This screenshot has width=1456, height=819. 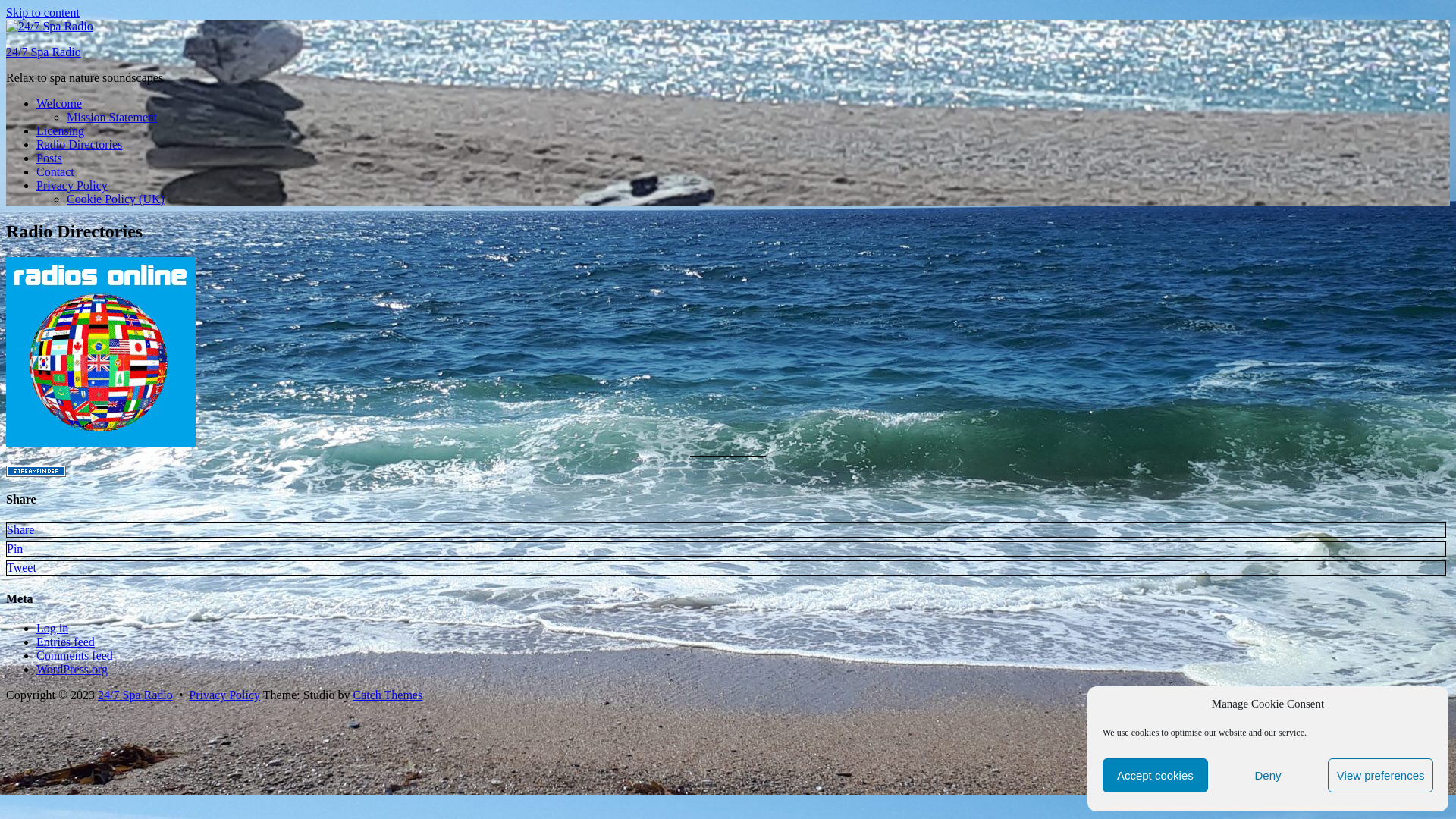 I want to click on 'View preferences', so click(x=1327, y=775).